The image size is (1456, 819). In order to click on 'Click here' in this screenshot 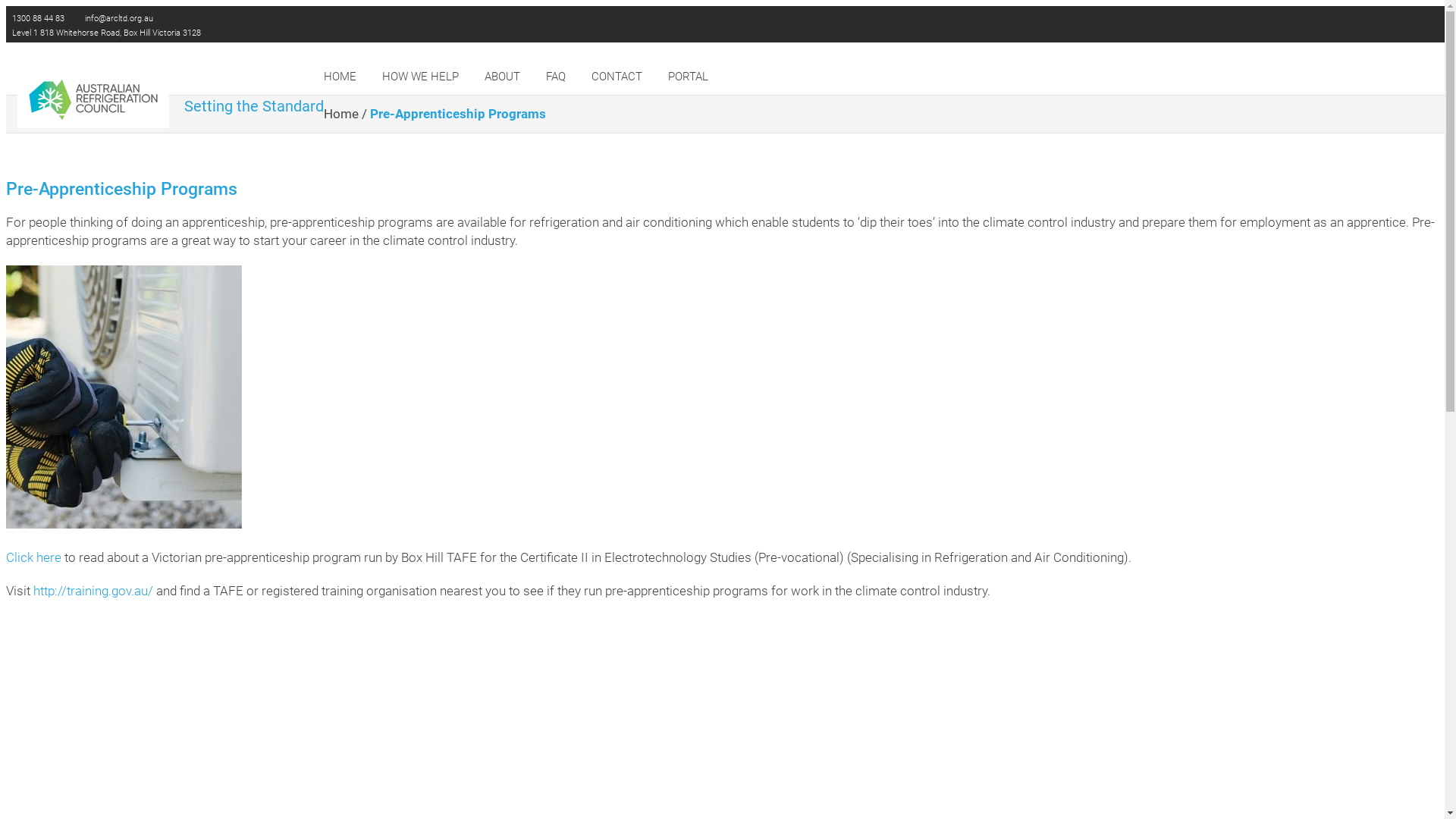, I will do `click(33, 557)`.